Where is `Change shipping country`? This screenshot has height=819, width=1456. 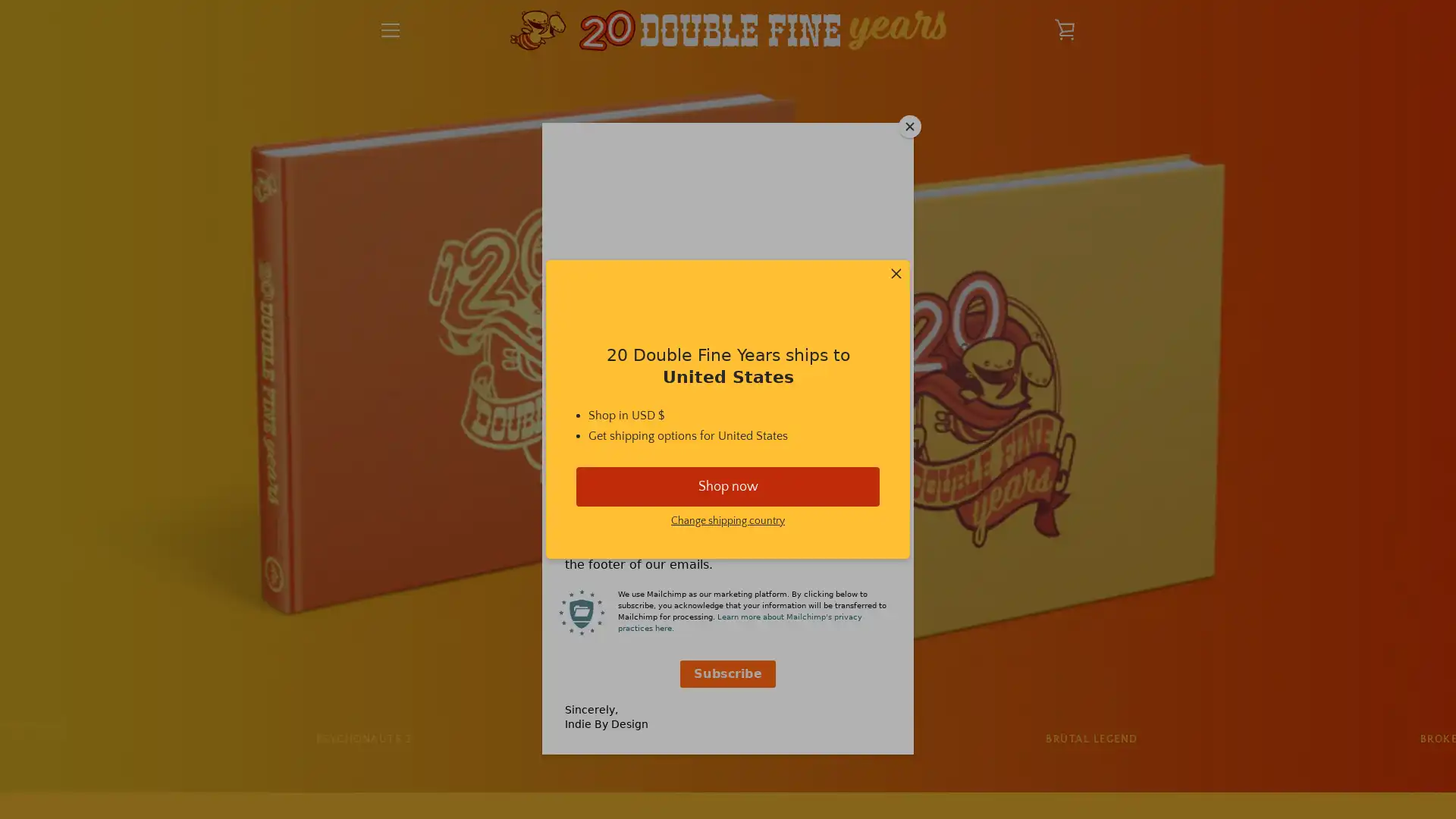
Change shipping country is located at coordinates (728, 519).